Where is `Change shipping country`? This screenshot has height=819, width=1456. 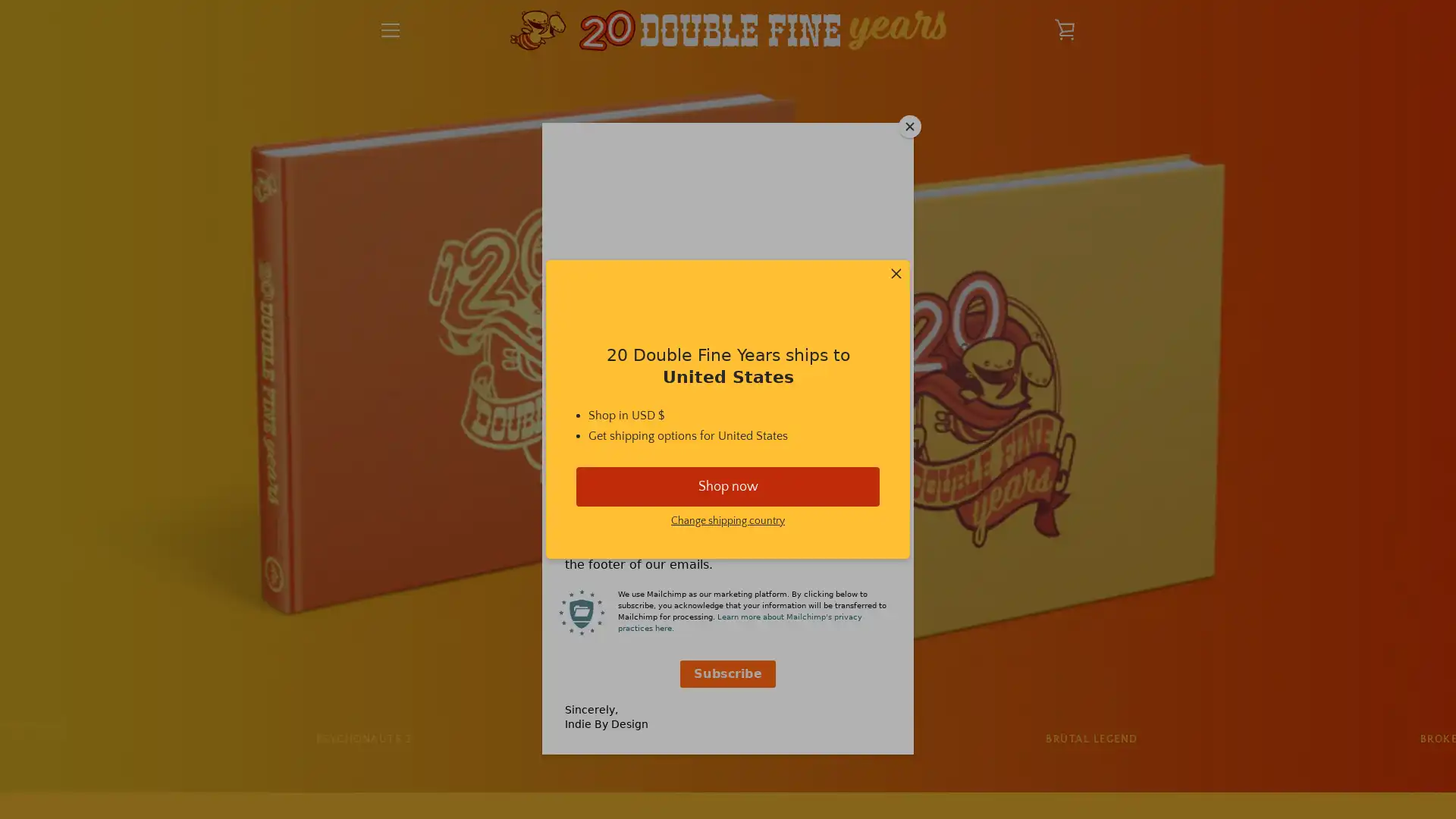
Change shipping country is located at coordinates (728, 519).